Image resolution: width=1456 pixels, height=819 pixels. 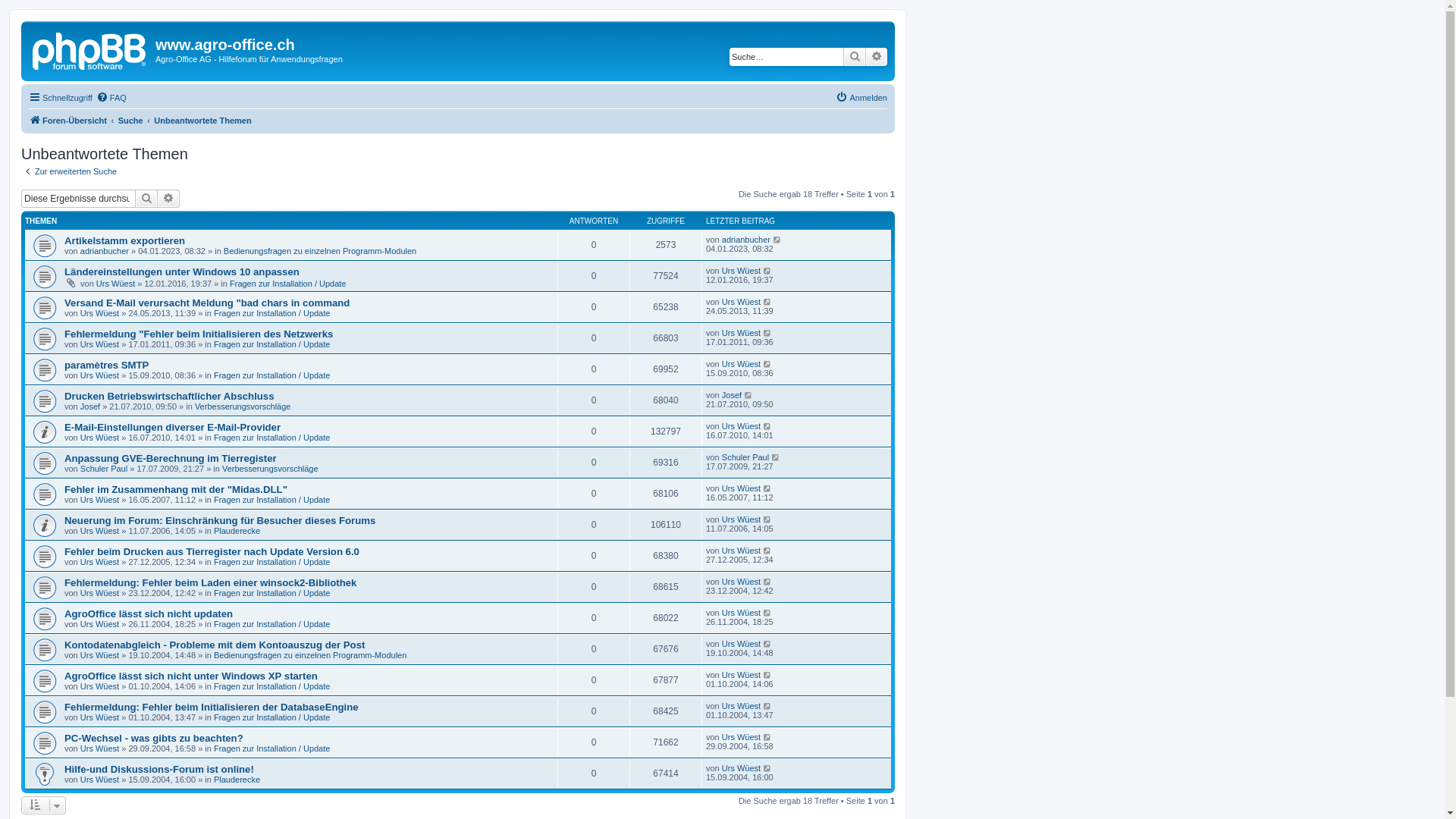 I want to click on 'Hilfe-und Diskussions-Forum ist online!', so click(x=64, y=769).